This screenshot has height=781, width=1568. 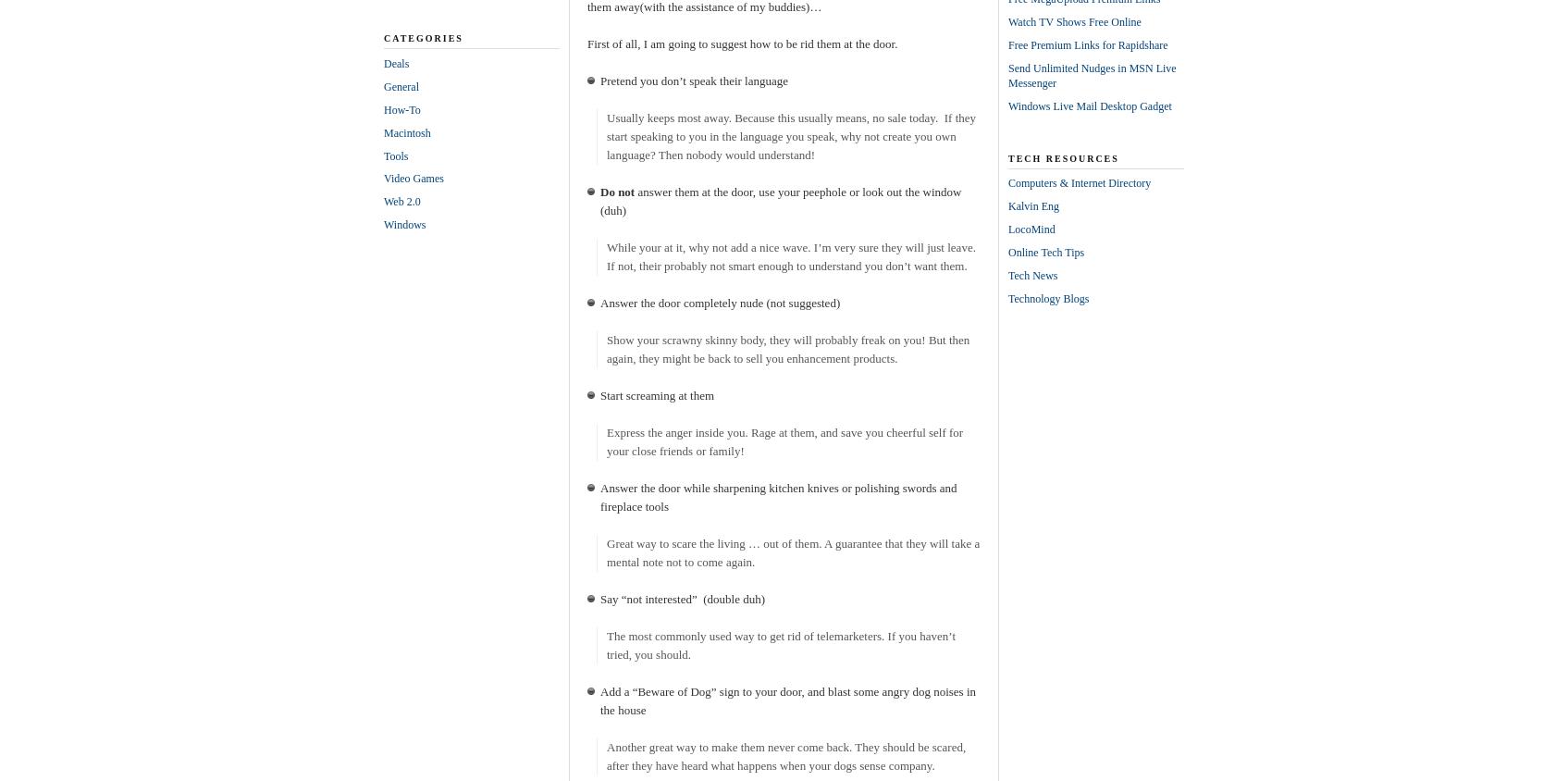 What do you see at coordinates (780, 200) in the screenshot?
I see `'answer them at the door, use your peephole or look out the window (duh)'` at bounding box center [780, 200].